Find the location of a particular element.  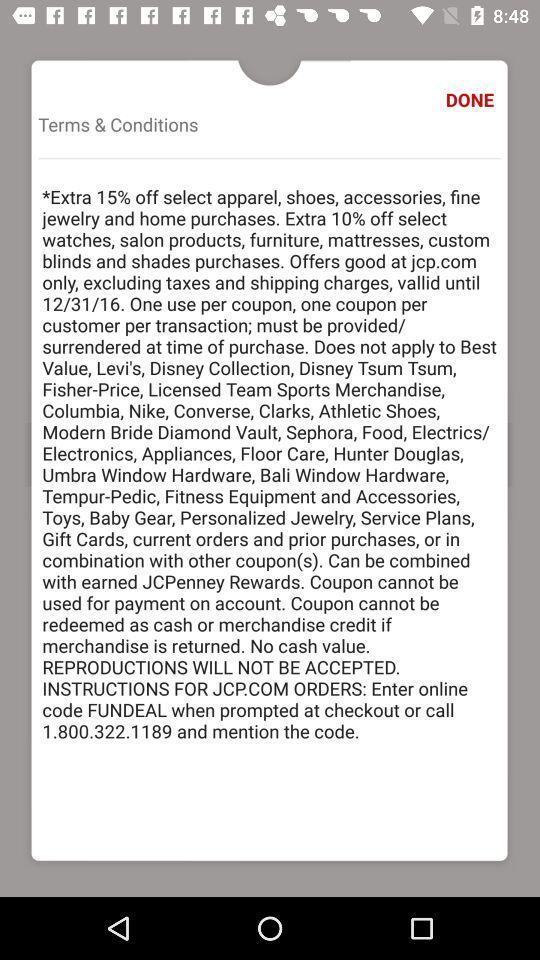

done is located at coordinates (472, 99).